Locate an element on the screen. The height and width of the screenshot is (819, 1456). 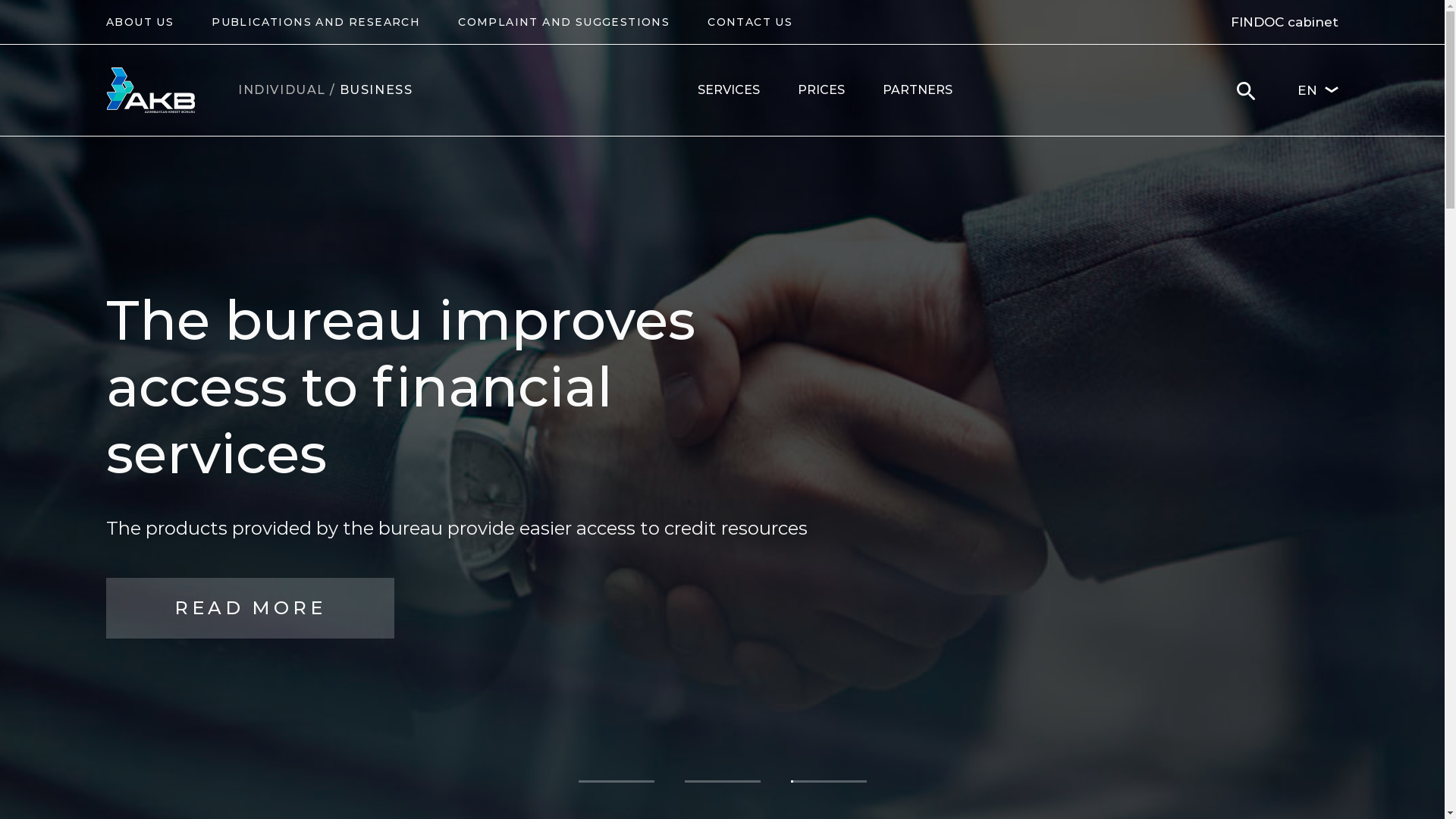
'ABOUT US' is located at coordinates (140, 21).